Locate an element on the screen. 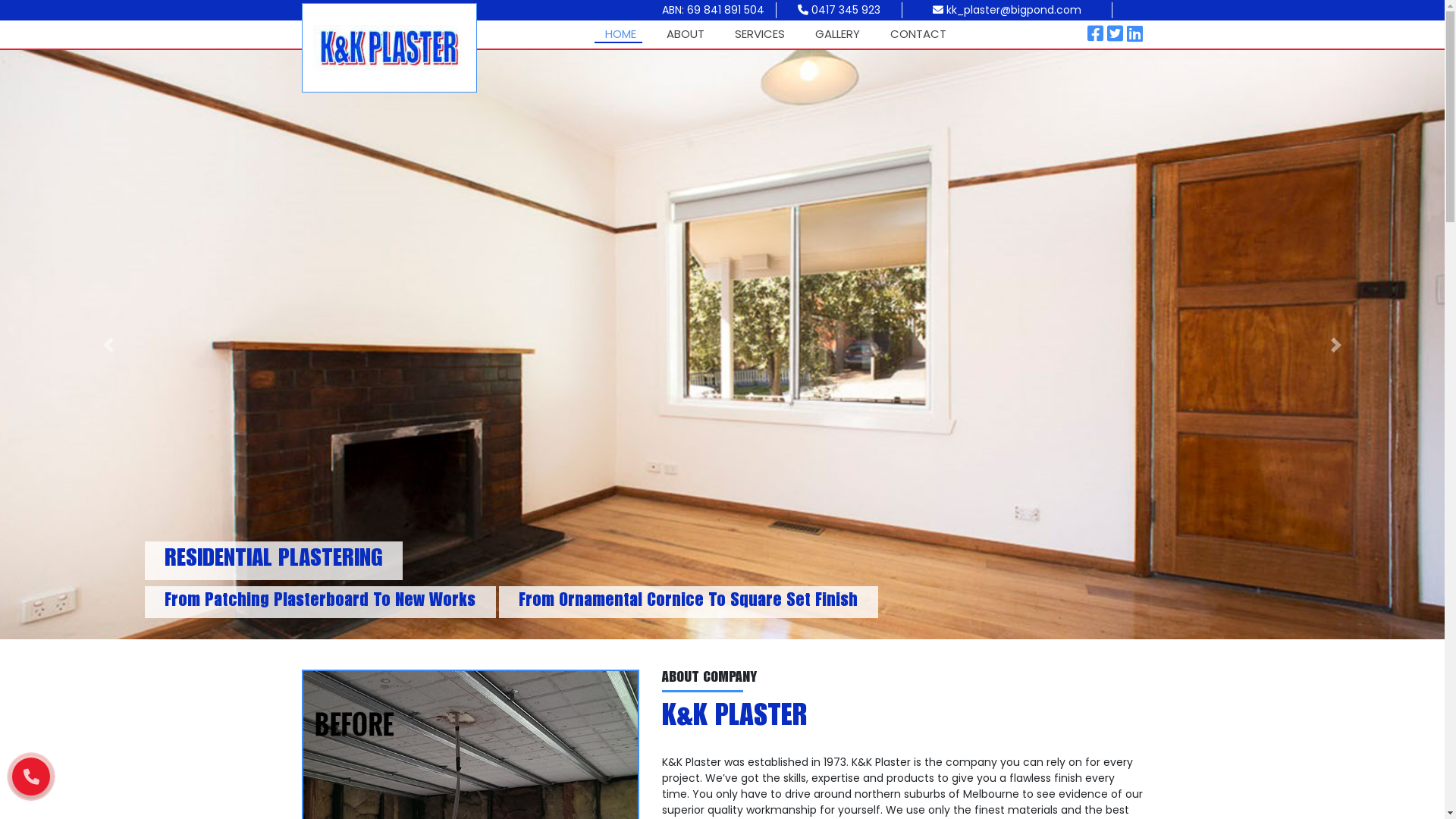  'ABOUT' is located at coordinates (683, 34).